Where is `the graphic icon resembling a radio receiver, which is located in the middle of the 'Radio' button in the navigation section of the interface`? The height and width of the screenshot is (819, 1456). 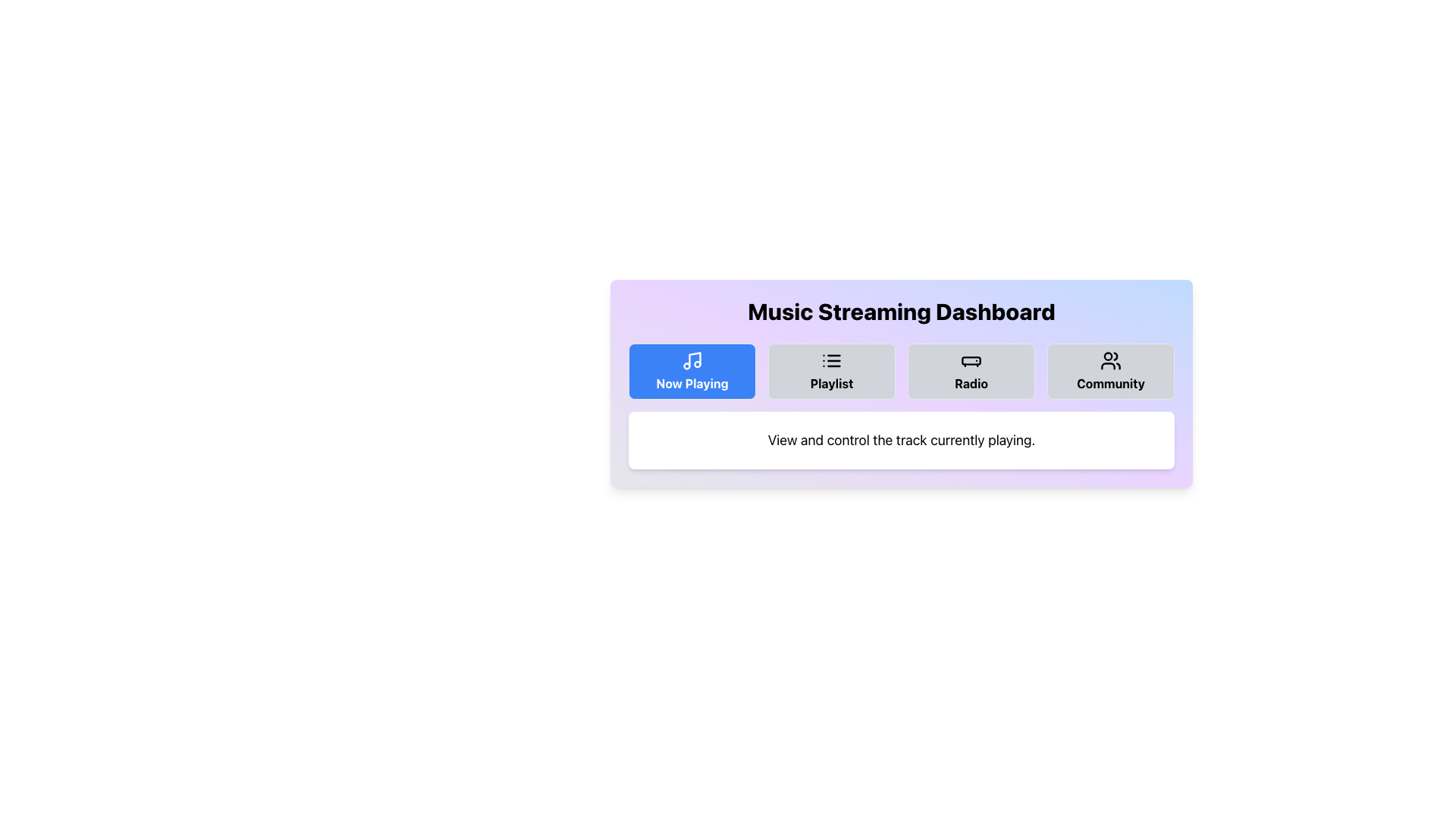
the graphic icon resembling a radio receiver, which is located in the middle of the 'Radio' button in the navigation section of the interface is located at coordinates (971, 360).